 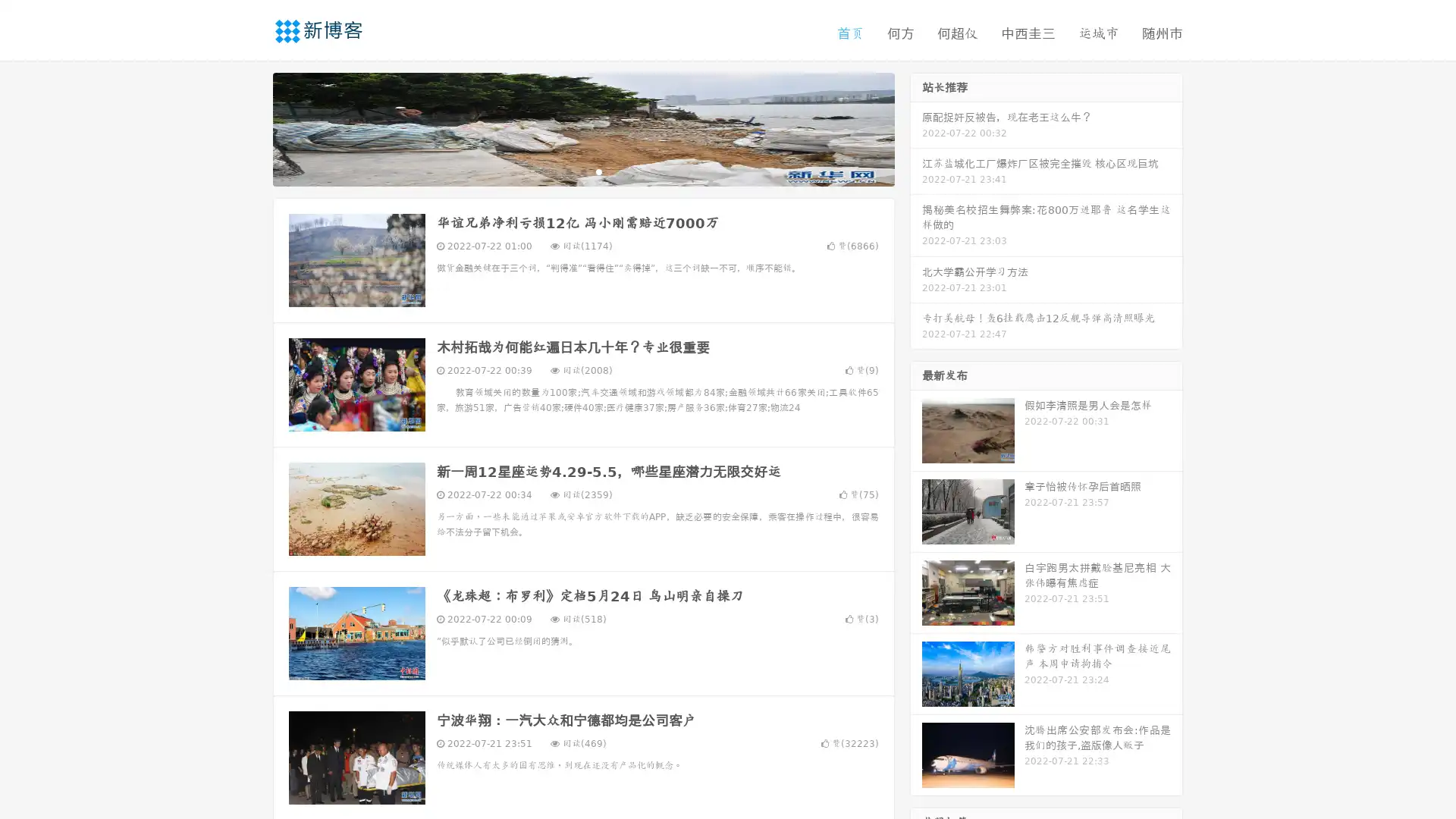 I want to click on Go to slide 3, so click(x=598, y=171).